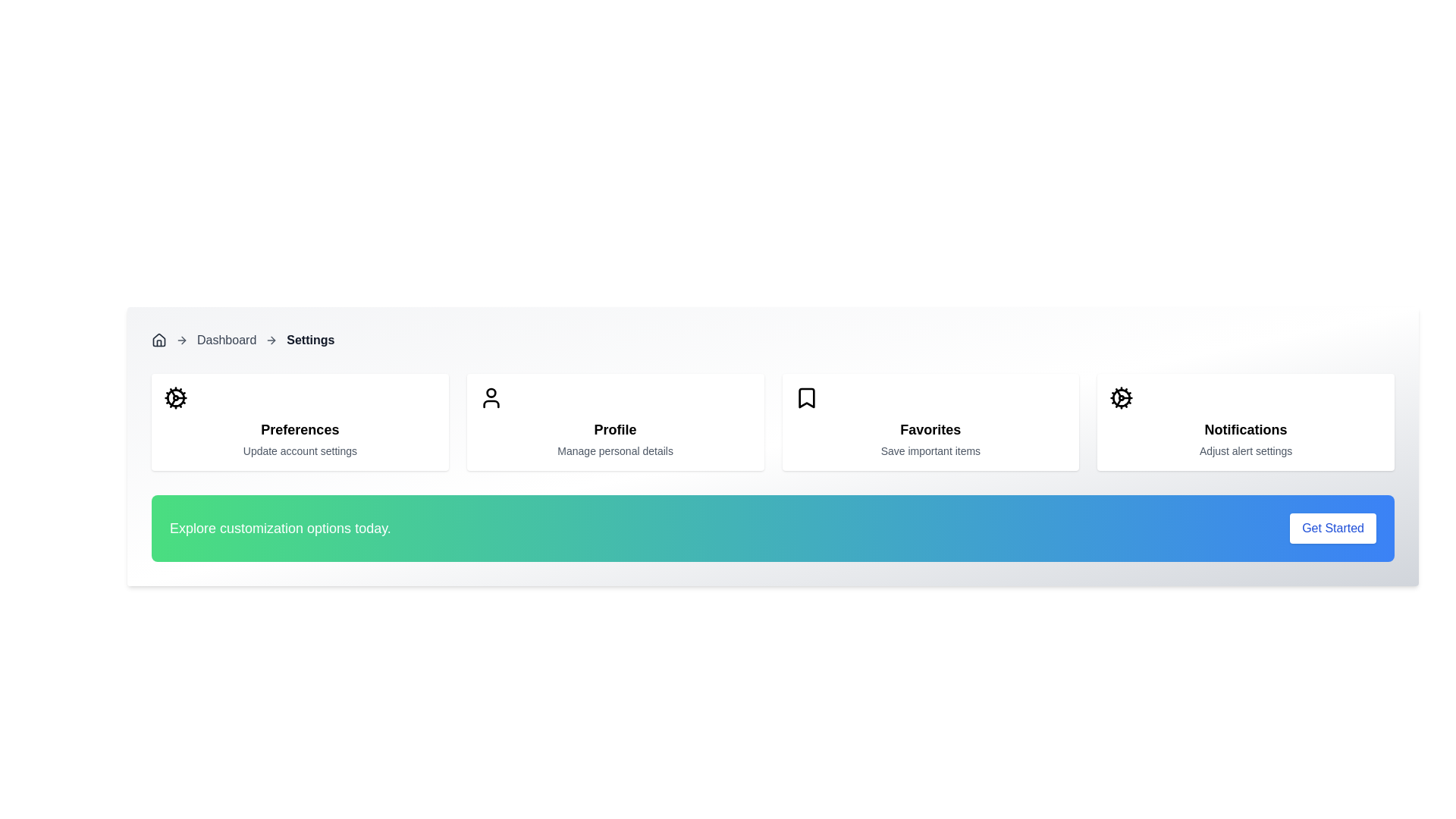 The image size is (1456, 819). I want to click on outer circular shape of the cogwheel icon located at the top-left corner of the Notifications card in the grid layout using developer tools, so click(1122, 397).